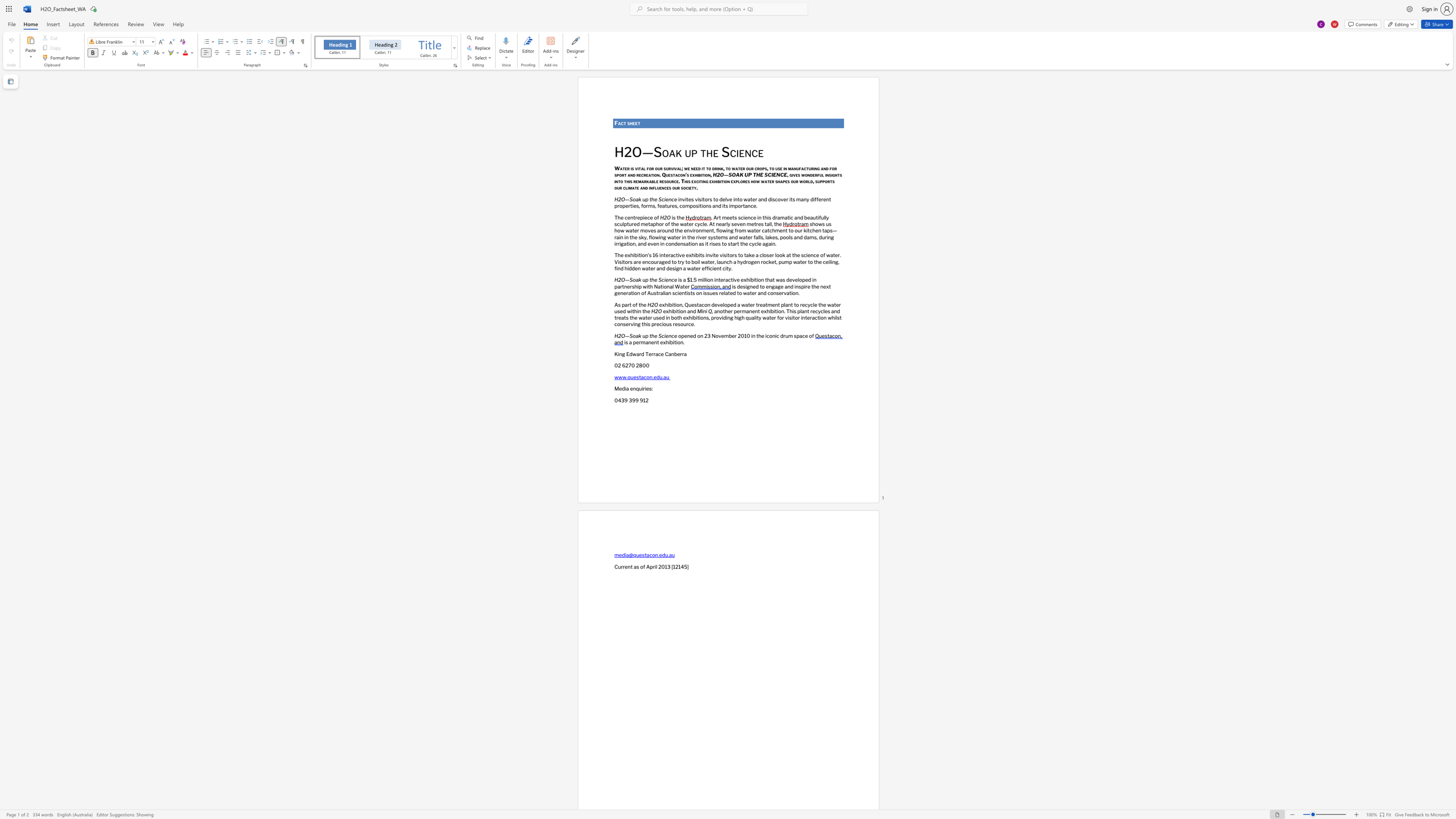  I want to click on the subset text "ries" within the text "Media enquiries:", so click(643, 388).